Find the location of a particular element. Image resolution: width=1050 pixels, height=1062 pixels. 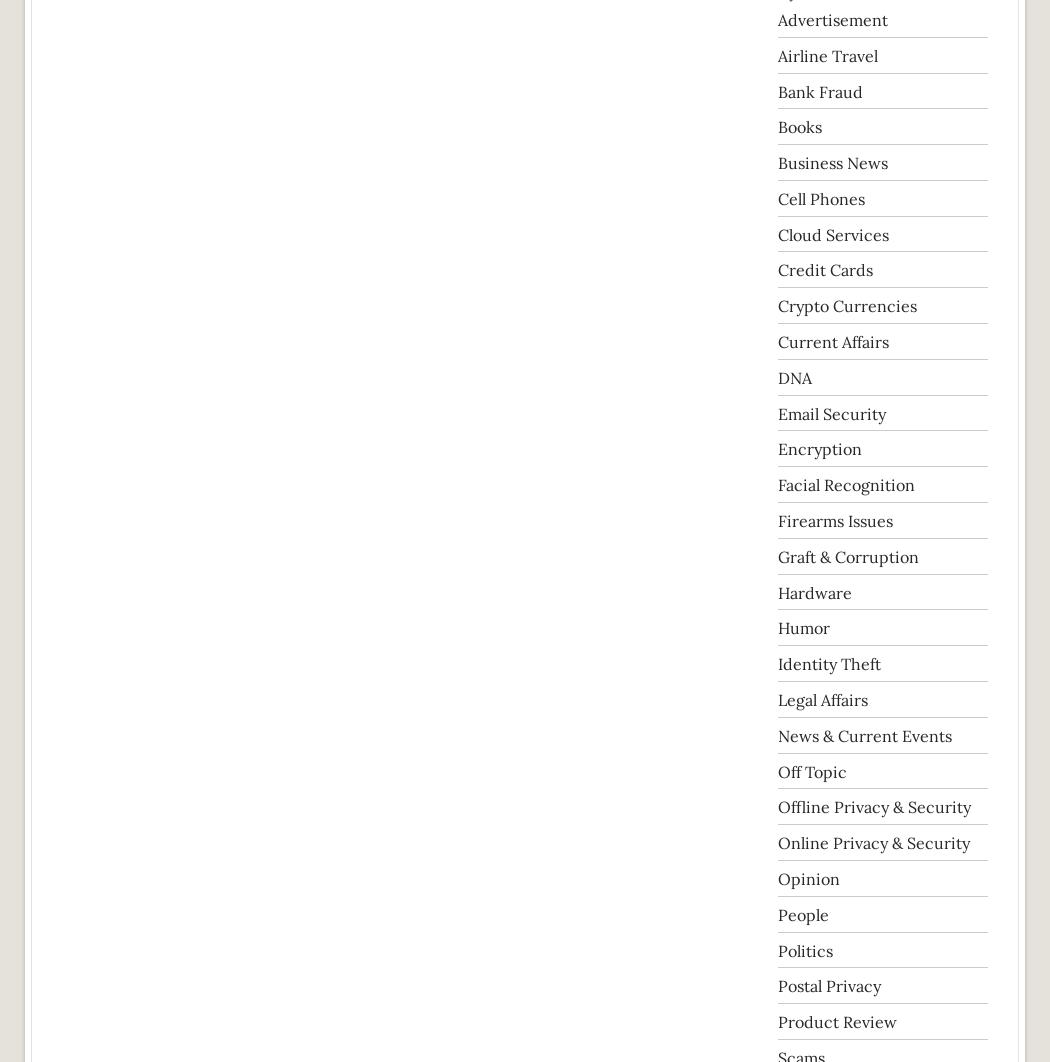

'Online Privacy & Security' is located at coordinates (873, 842).